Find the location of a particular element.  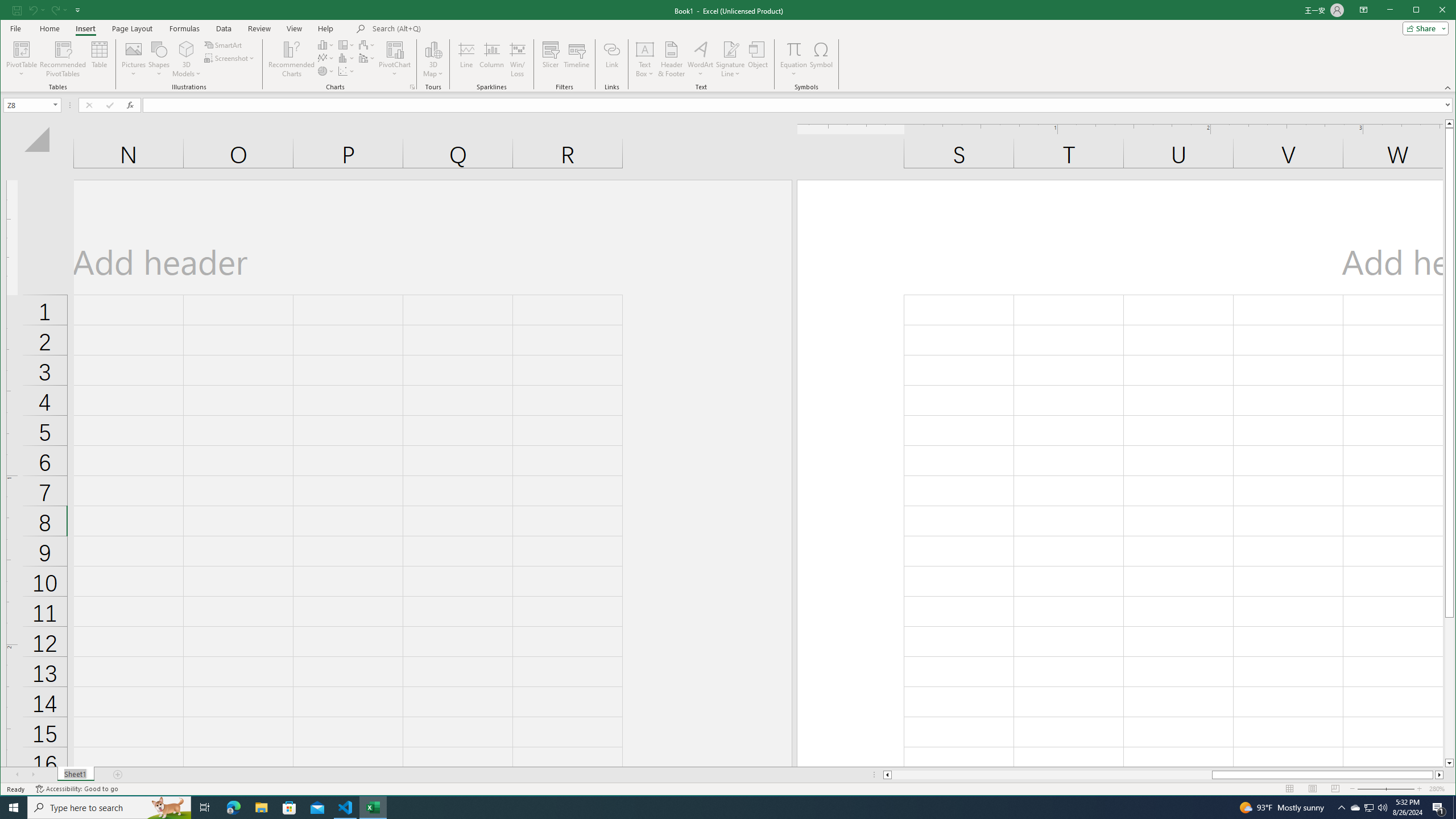

'Zoom' is located at coordinates (1384, 788).